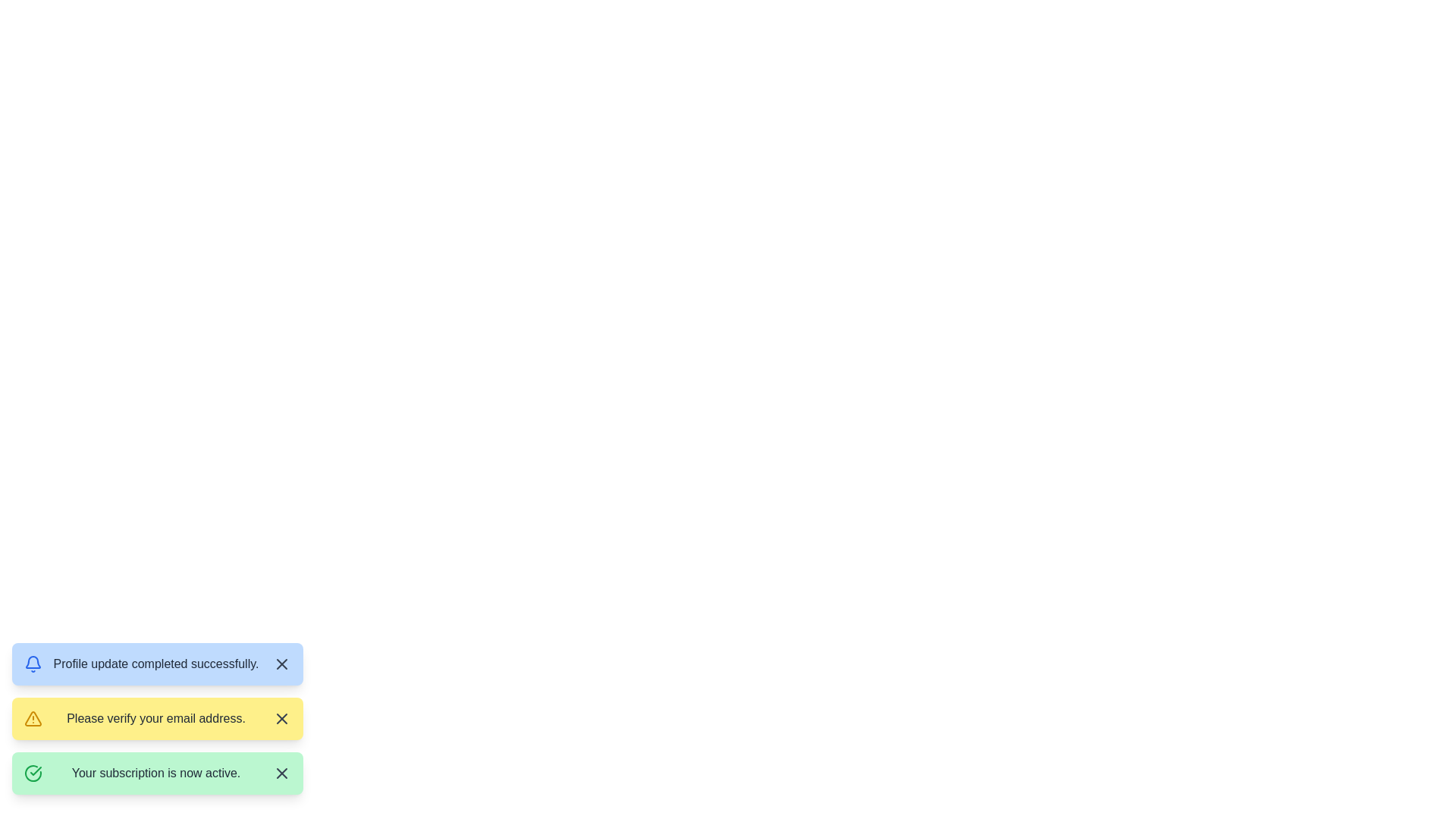 Image resolution: width=1456 pixels, height=819 pixels. Describe the element at coordinates (282, 773) in the screenshot. I see `the small interactive icon with a cross (X) symbol located at the far right end of the green notification box labeled 'Your subscription is now active.'` at that location.